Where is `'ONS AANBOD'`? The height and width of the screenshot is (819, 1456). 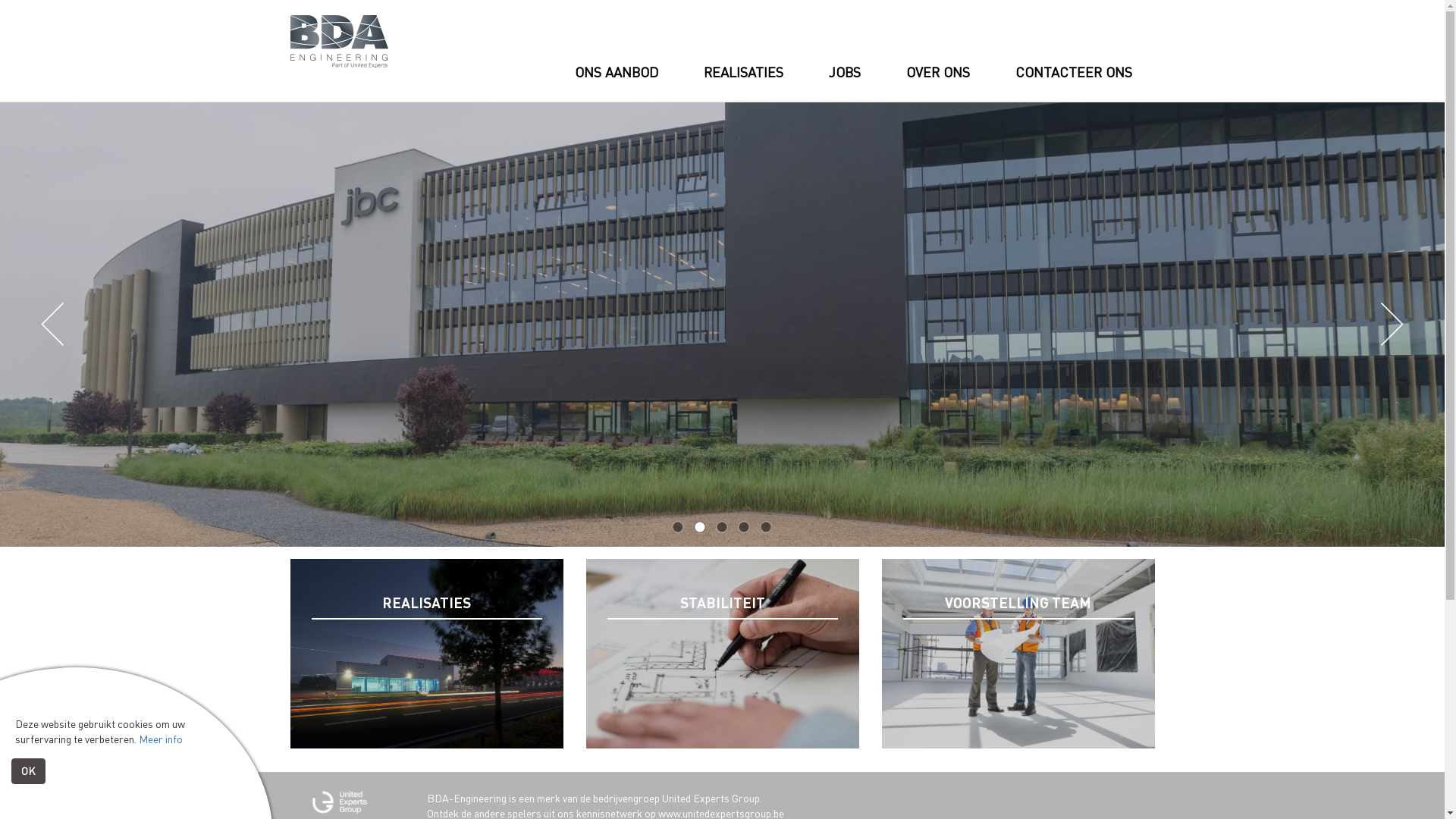
'ONS AANBOD' is located at coordinates (616, 89).